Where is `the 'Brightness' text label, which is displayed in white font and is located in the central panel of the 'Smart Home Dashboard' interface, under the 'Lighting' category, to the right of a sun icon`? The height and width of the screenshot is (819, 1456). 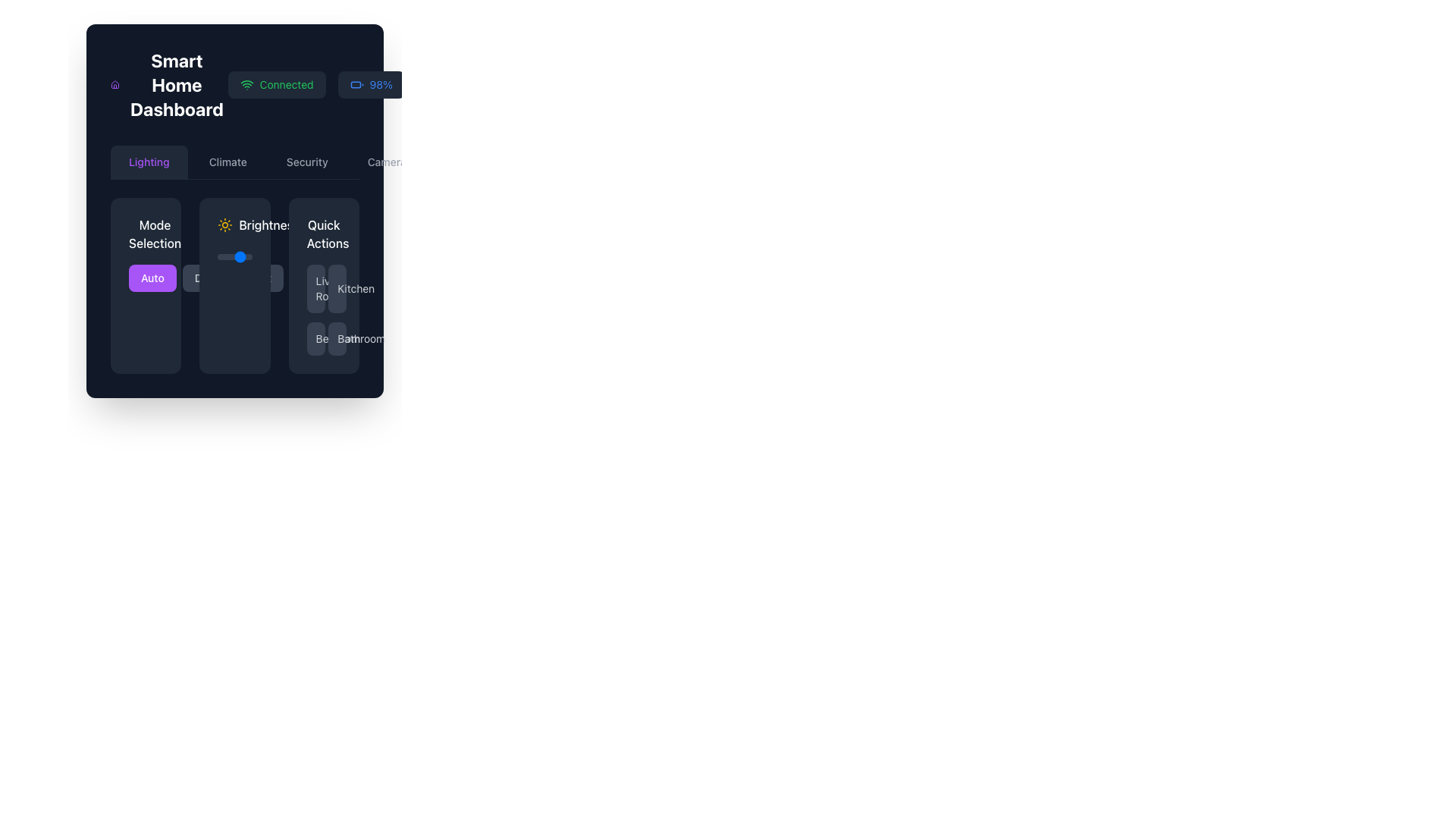
the 'Brightness' text label, which is displayed in white font and is located in the central panel of the 'Smart Home Dashboard' interface, under the 'Lighting' category, to the right of a sun icon is located at coordinates (269, 225).